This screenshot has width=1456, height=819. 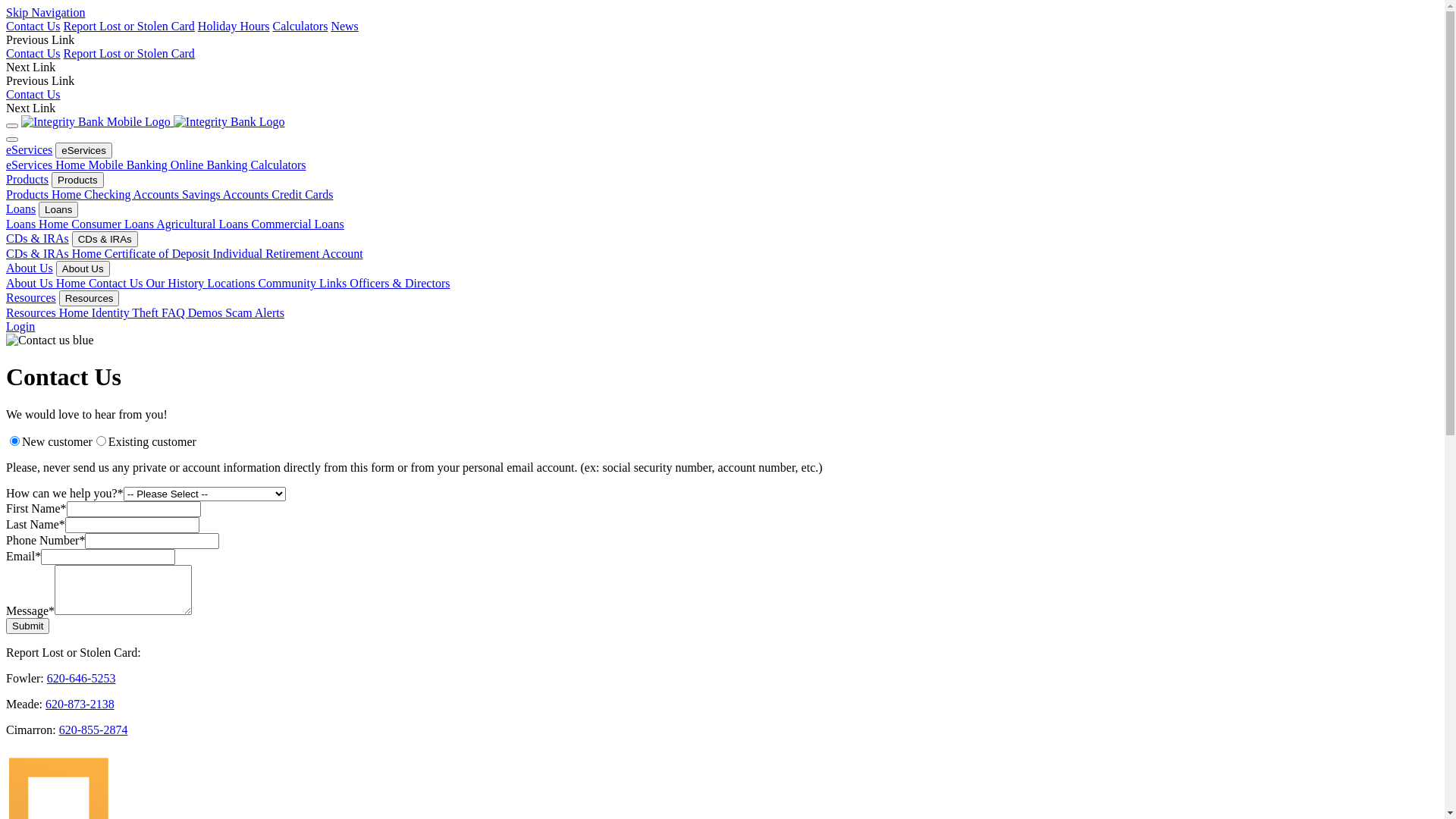 I want to click on 'Individual Retirement Account', so click(x=287, y=253).